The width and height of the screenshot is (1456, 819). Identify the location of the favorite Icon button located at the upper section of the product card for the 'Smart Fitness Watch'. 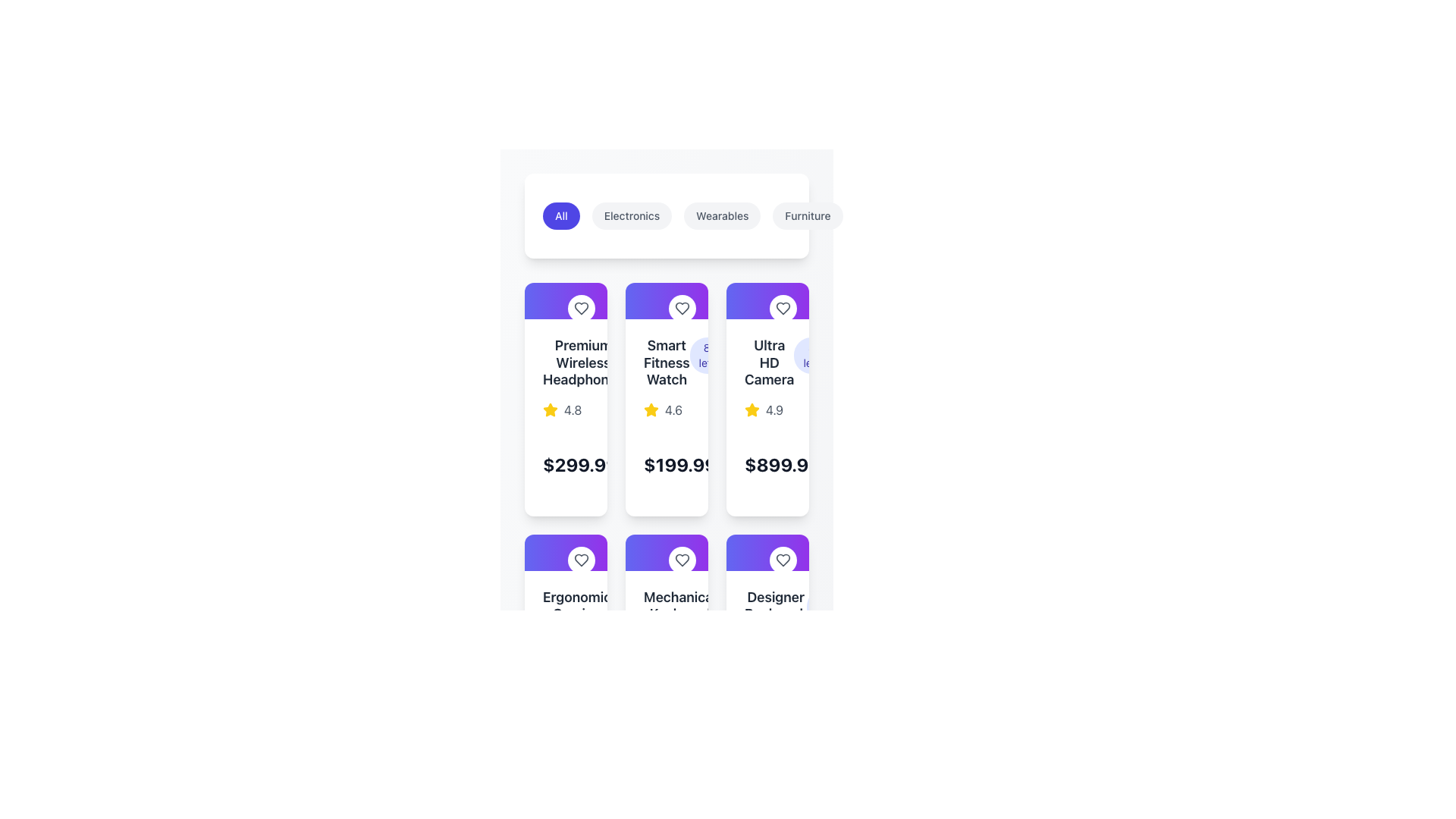
(667, 301).